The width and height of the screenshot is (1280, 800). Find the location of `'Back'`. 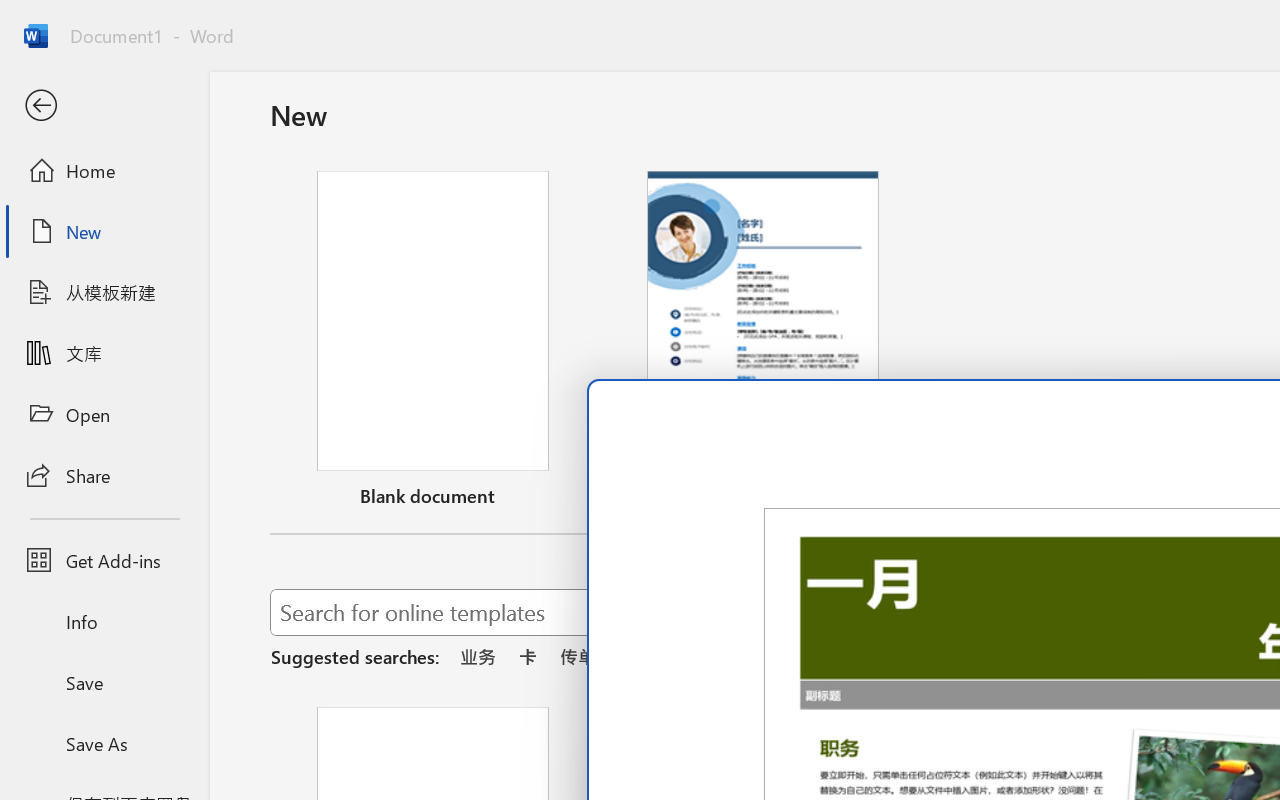

'Back' is located at coordinates (103, 105).